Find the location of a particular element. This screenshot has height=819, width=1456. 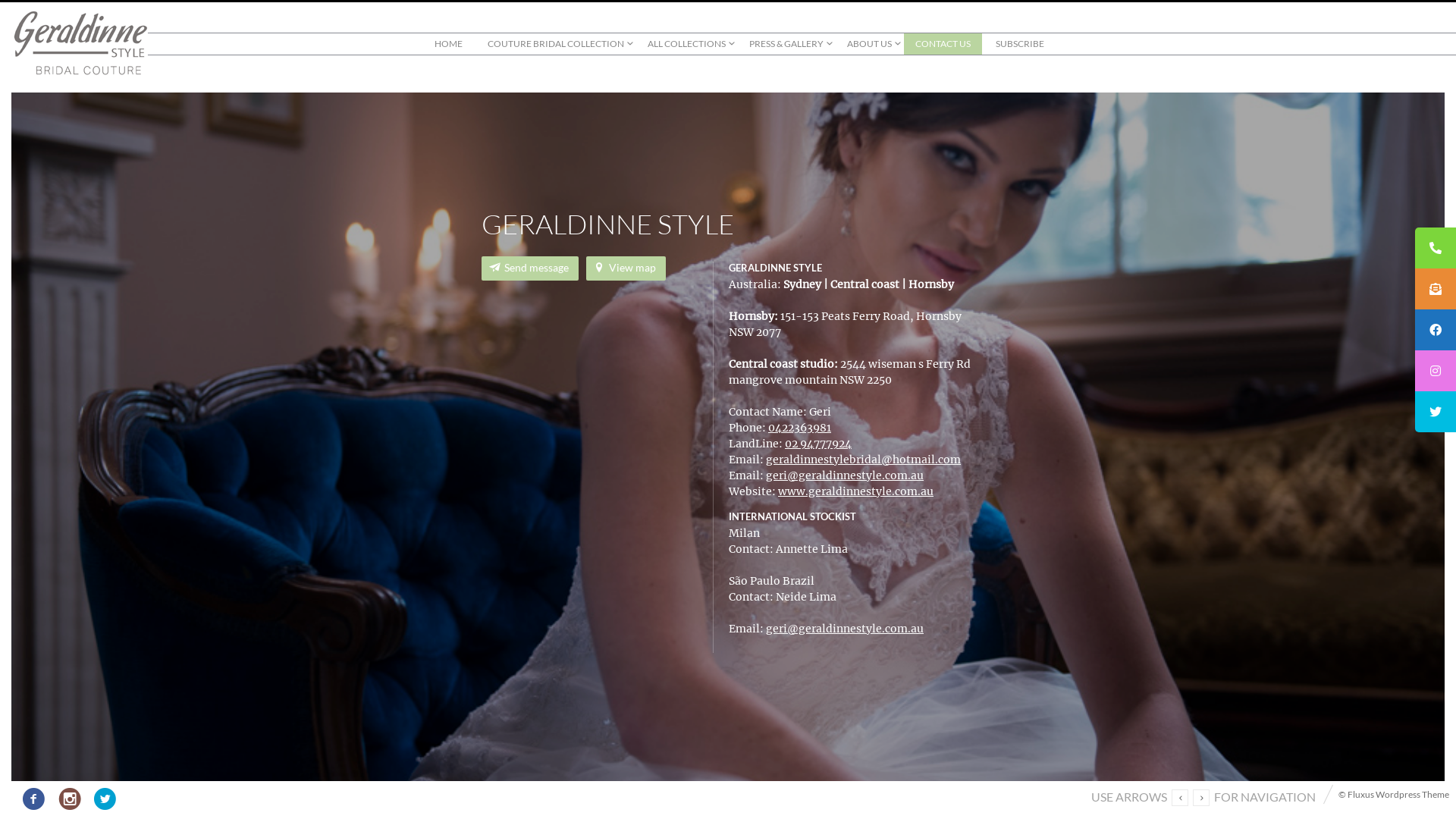

'Send message' is located at coordinates (530, 268).